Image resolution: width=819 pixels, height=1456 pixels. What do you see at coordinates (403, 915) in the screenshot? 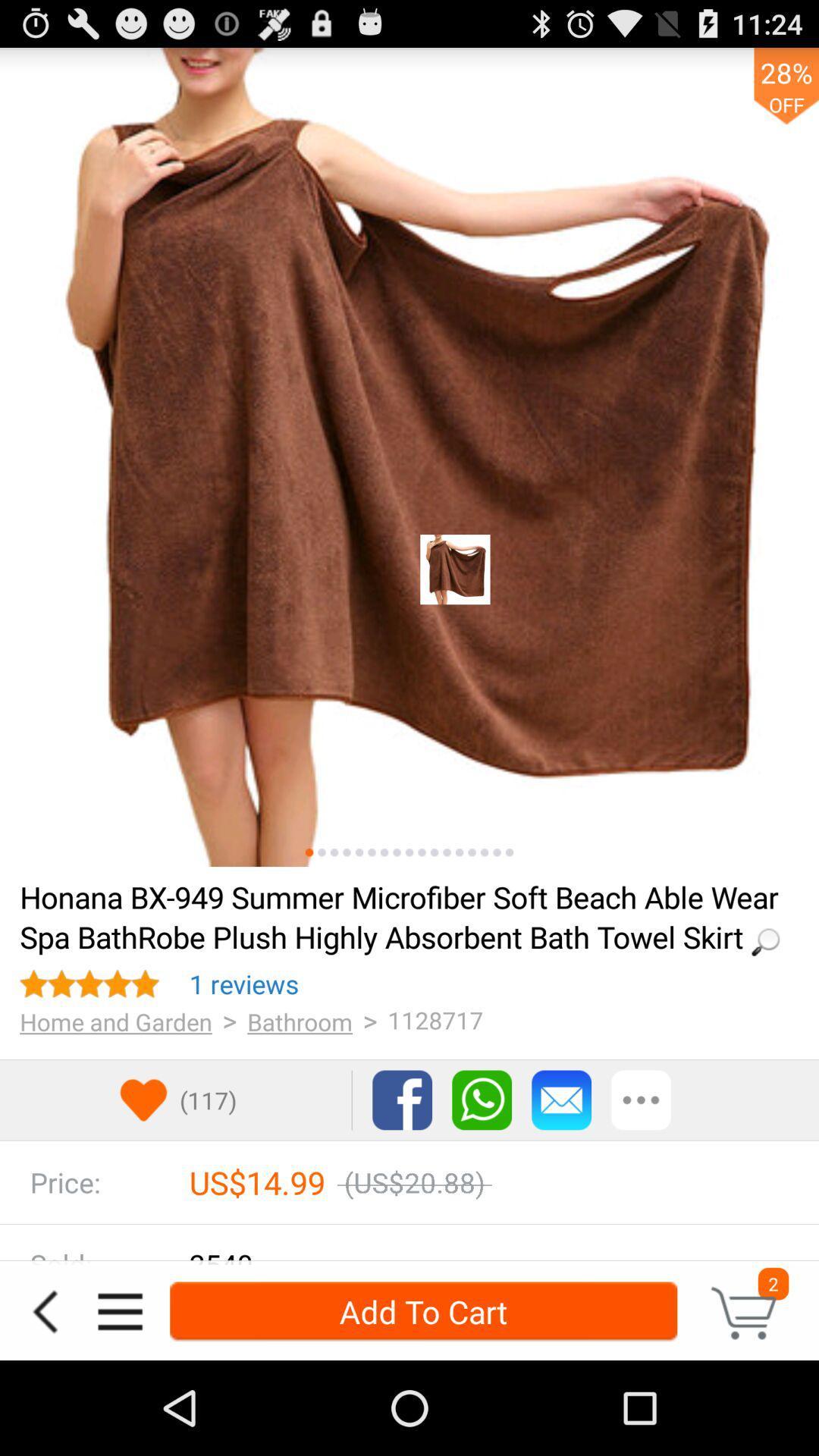
I see `the loading...` at bounding box center [403, 915].